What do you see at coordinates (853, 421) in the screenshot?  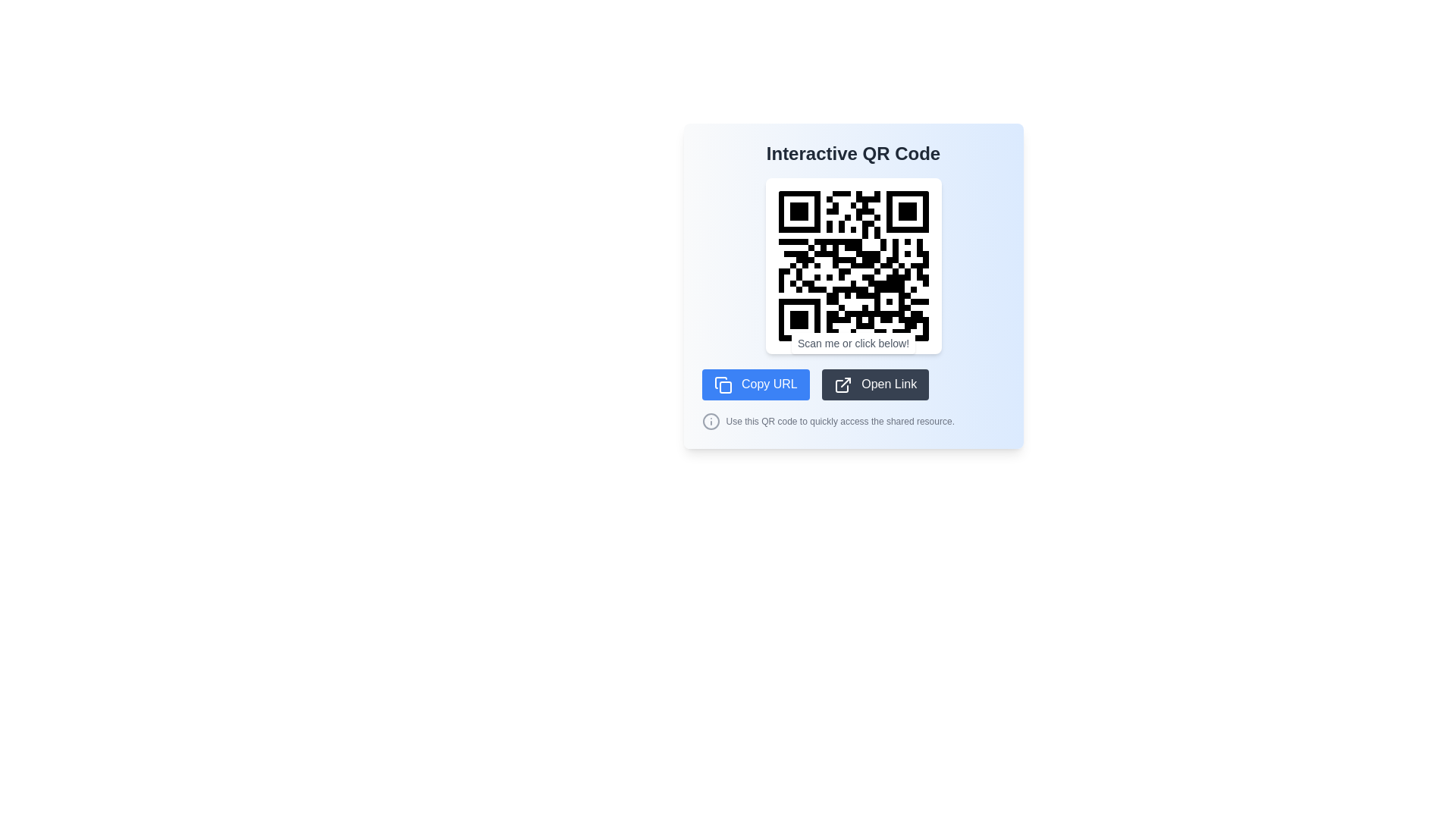 I see `the informational label located at the bottom of the card interface, directly below the 'Copy URL' and 'Open Link' buttons` at bounding box center [853, 421].